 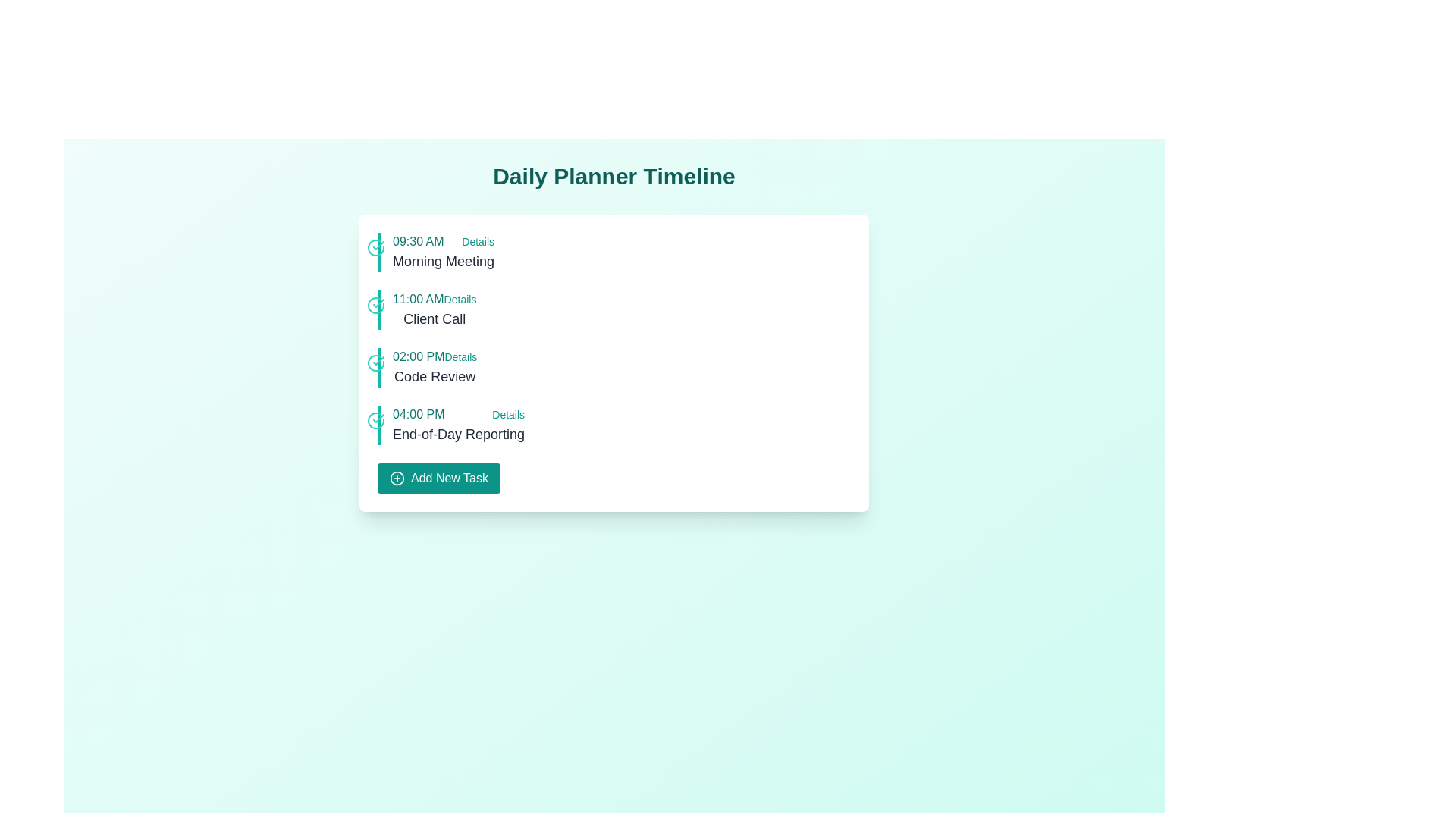 I want to click on the teal checkmark icon with a circular border located to the left of the '04:00 PM Details End-of-Day Reporting' timeline entry, so click(x=375, y=421).